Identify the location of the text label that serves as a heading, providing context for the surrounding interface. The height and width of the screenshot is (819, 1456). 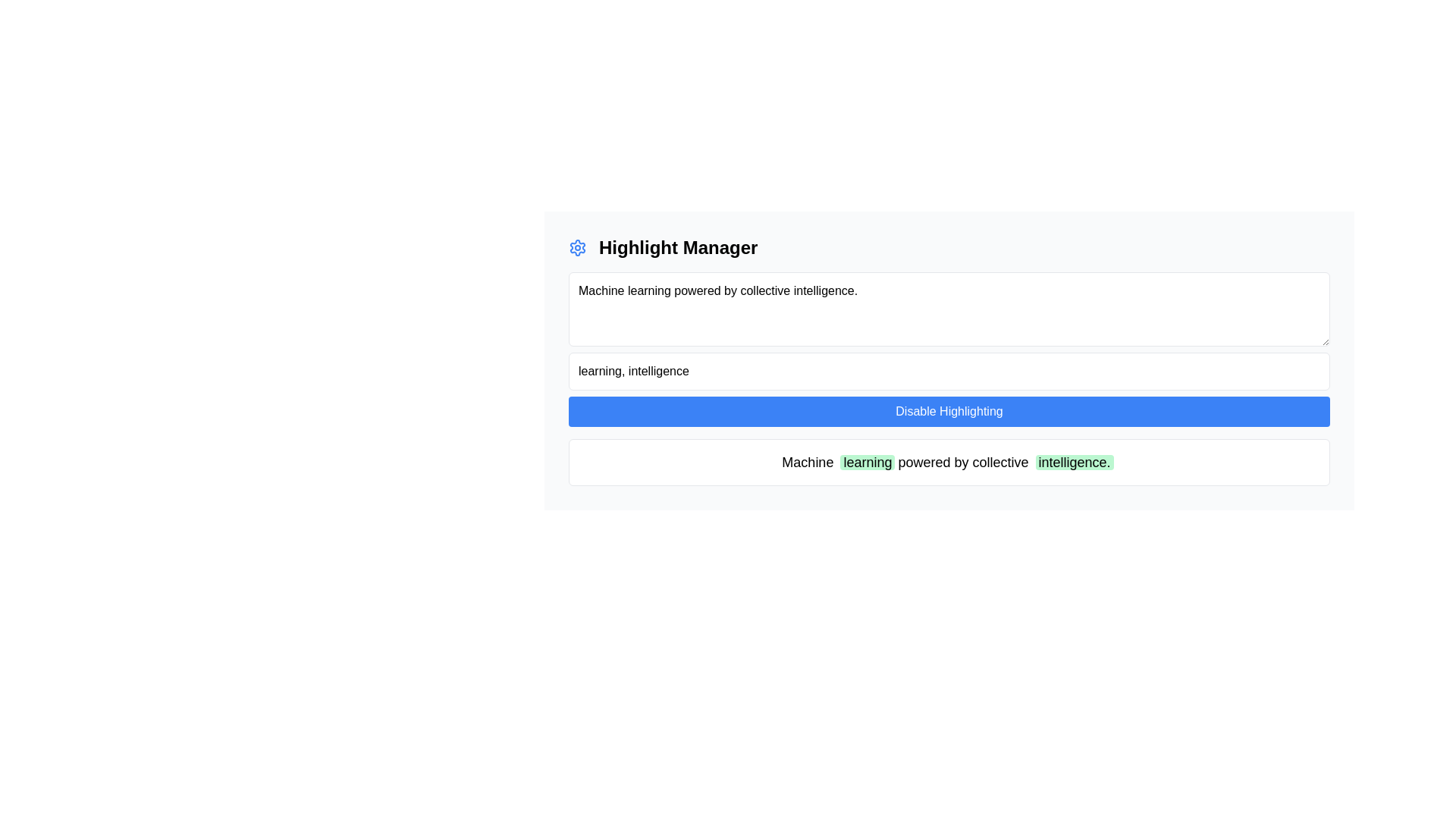
(677, 247).